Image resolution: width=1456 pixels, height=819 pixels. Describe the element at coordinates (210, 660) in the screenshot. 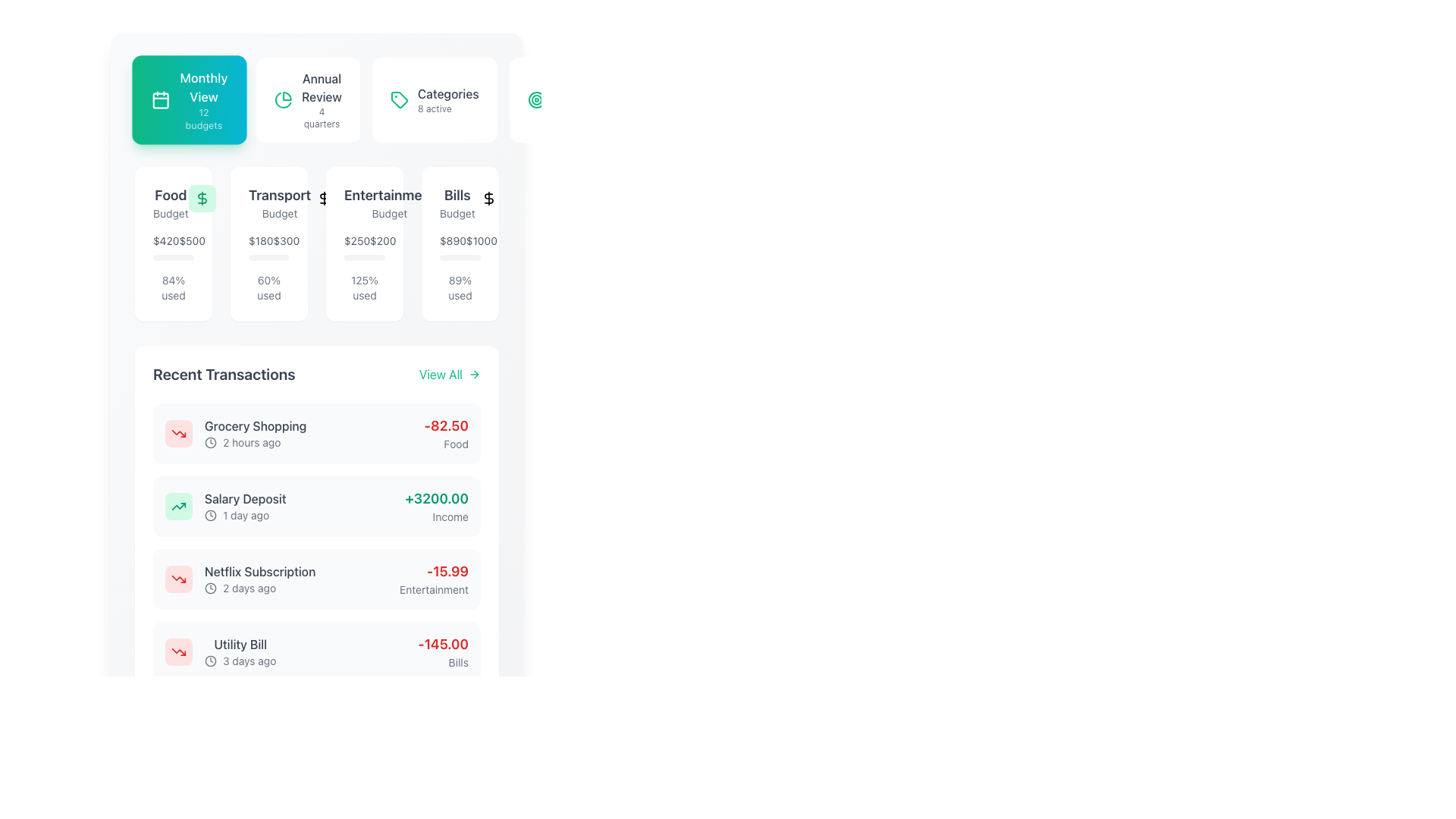

I see `the small clock icon with a circular outline, which is the first among its siblings and located to the left of the '3 days ago' text in the 'Recent Transactions' list under the 'Utility Bill' transaction` at that location.